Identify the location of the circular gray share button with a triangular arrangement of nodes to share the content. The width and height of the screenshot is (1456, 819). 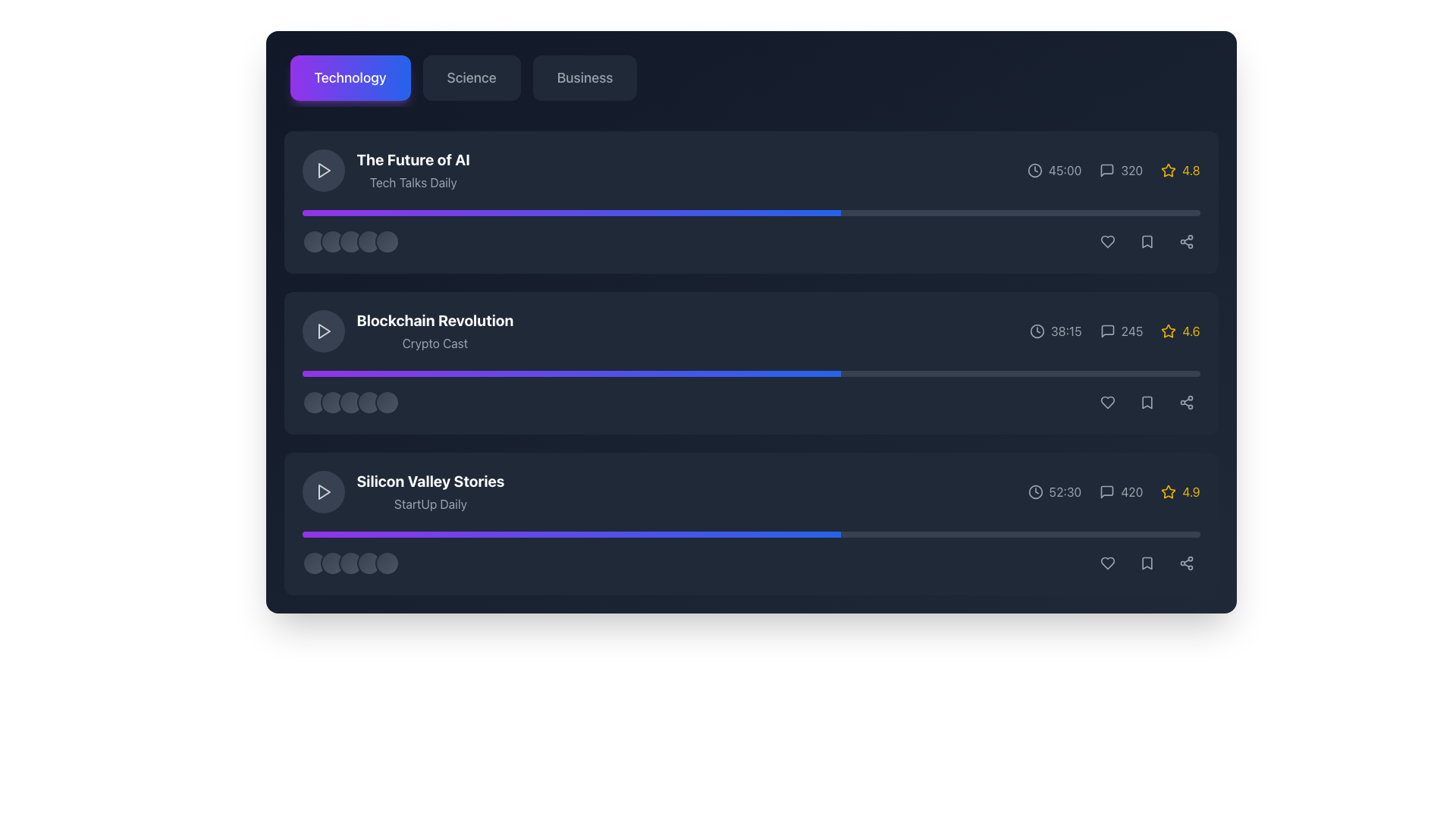
(1185, 241).